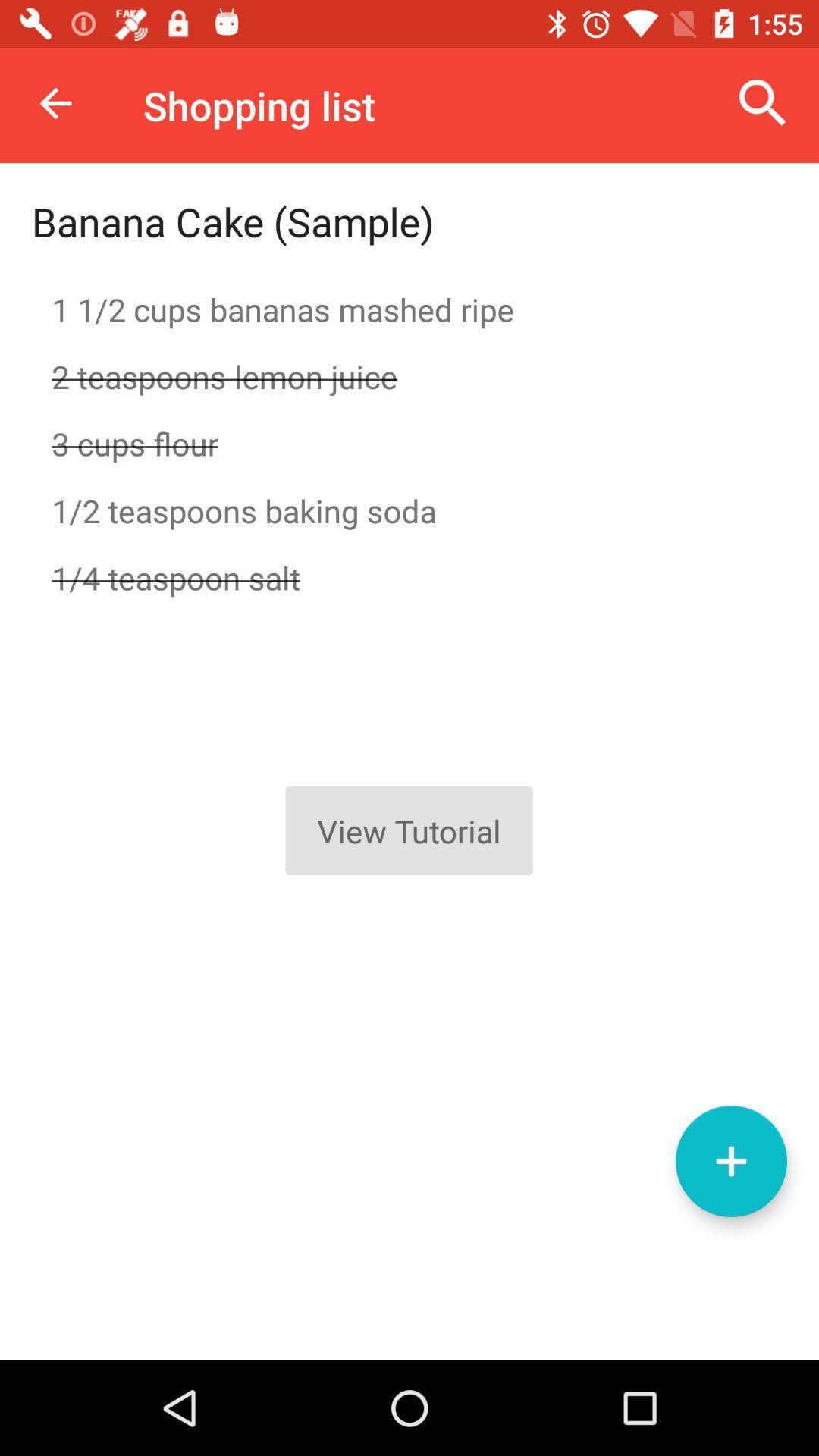 Image resolution: width=819 pixels, height=1456 pixels. Describe the element at coordinates (730, 1160) in the screenshot. I see `etc` at that location.